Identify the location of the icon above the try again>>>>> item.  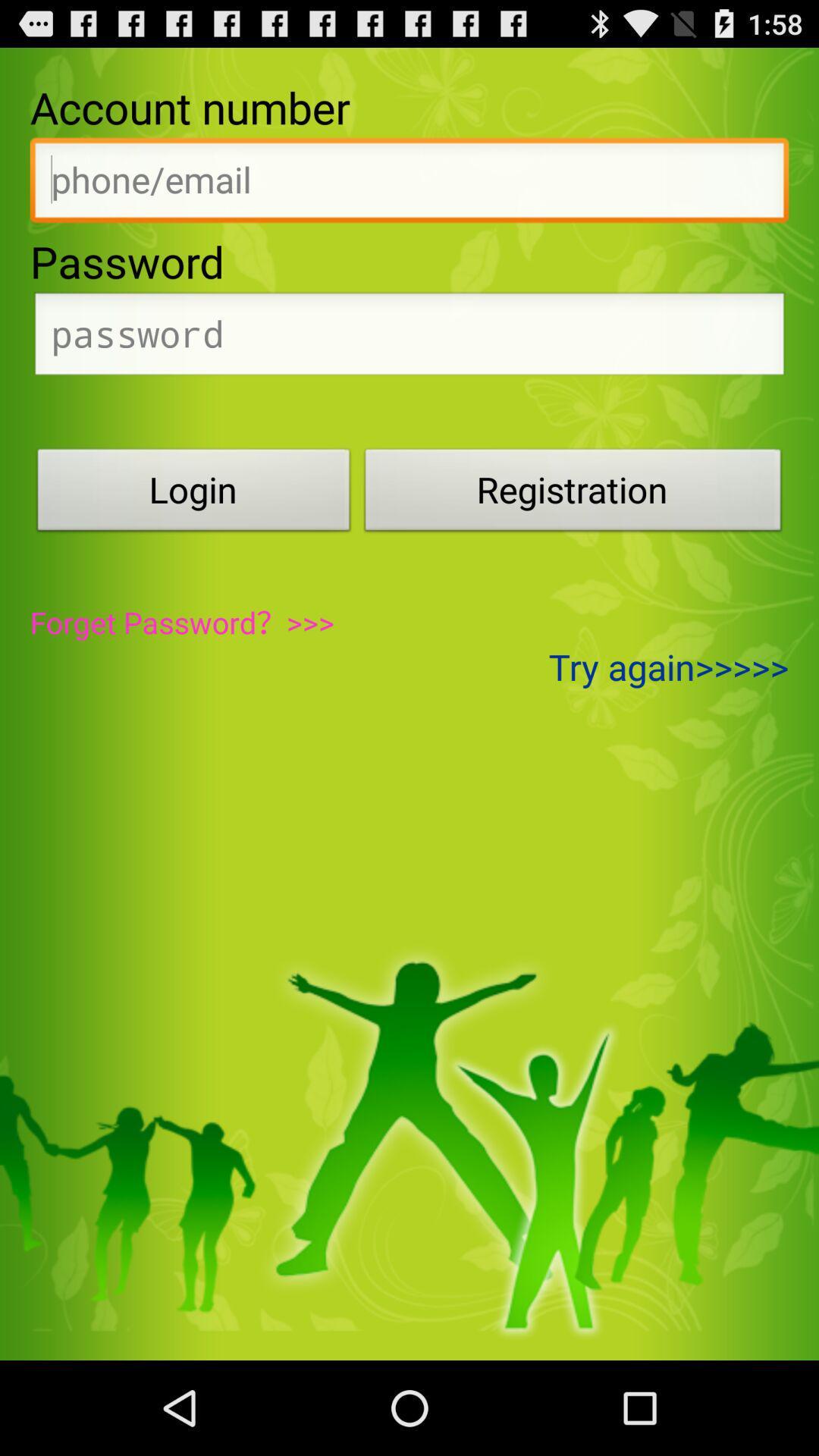
(573, 494).